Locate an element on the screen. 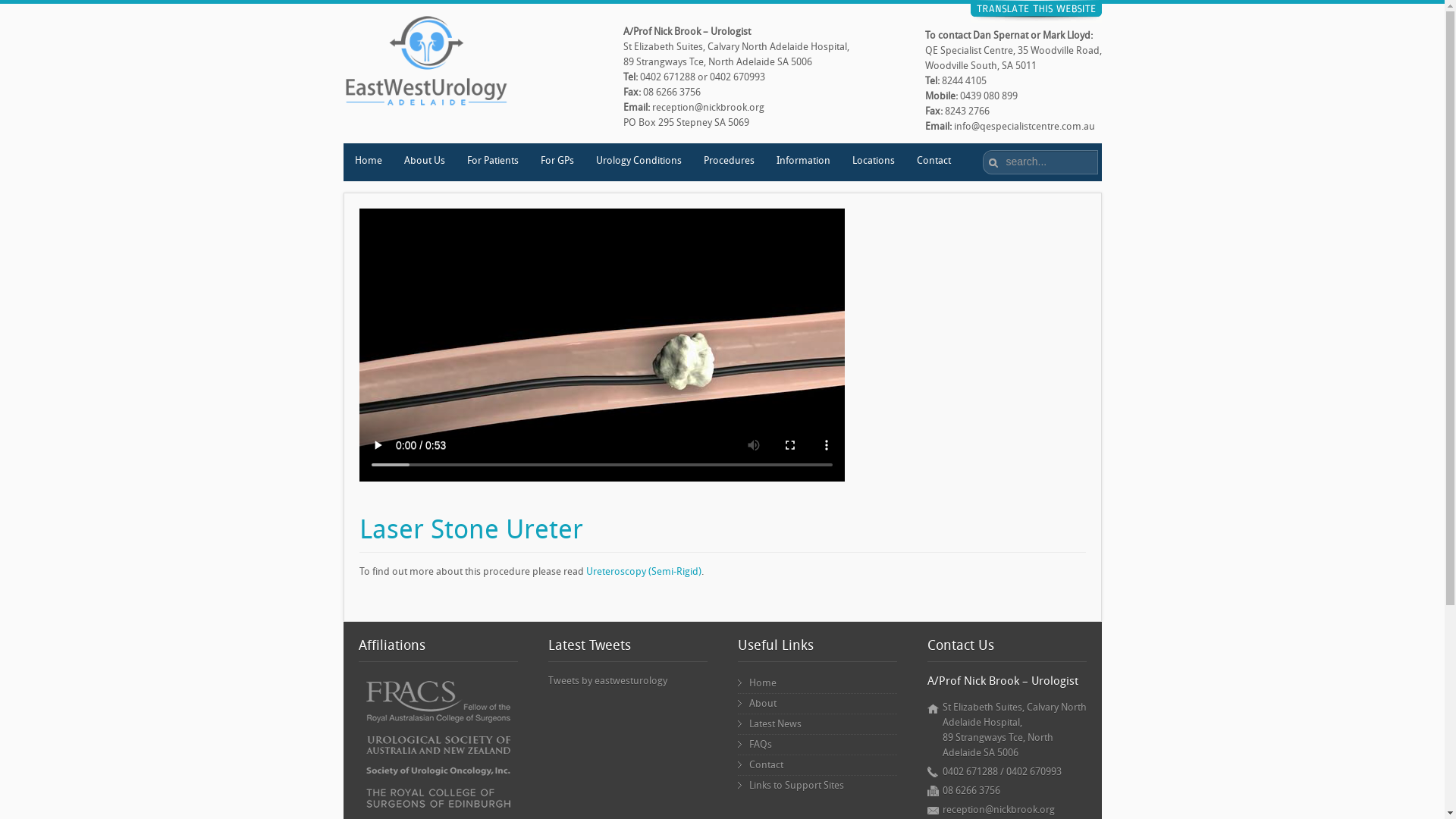  'info@qespecialistcentre.com.au' is located at coordinates (952, 125).